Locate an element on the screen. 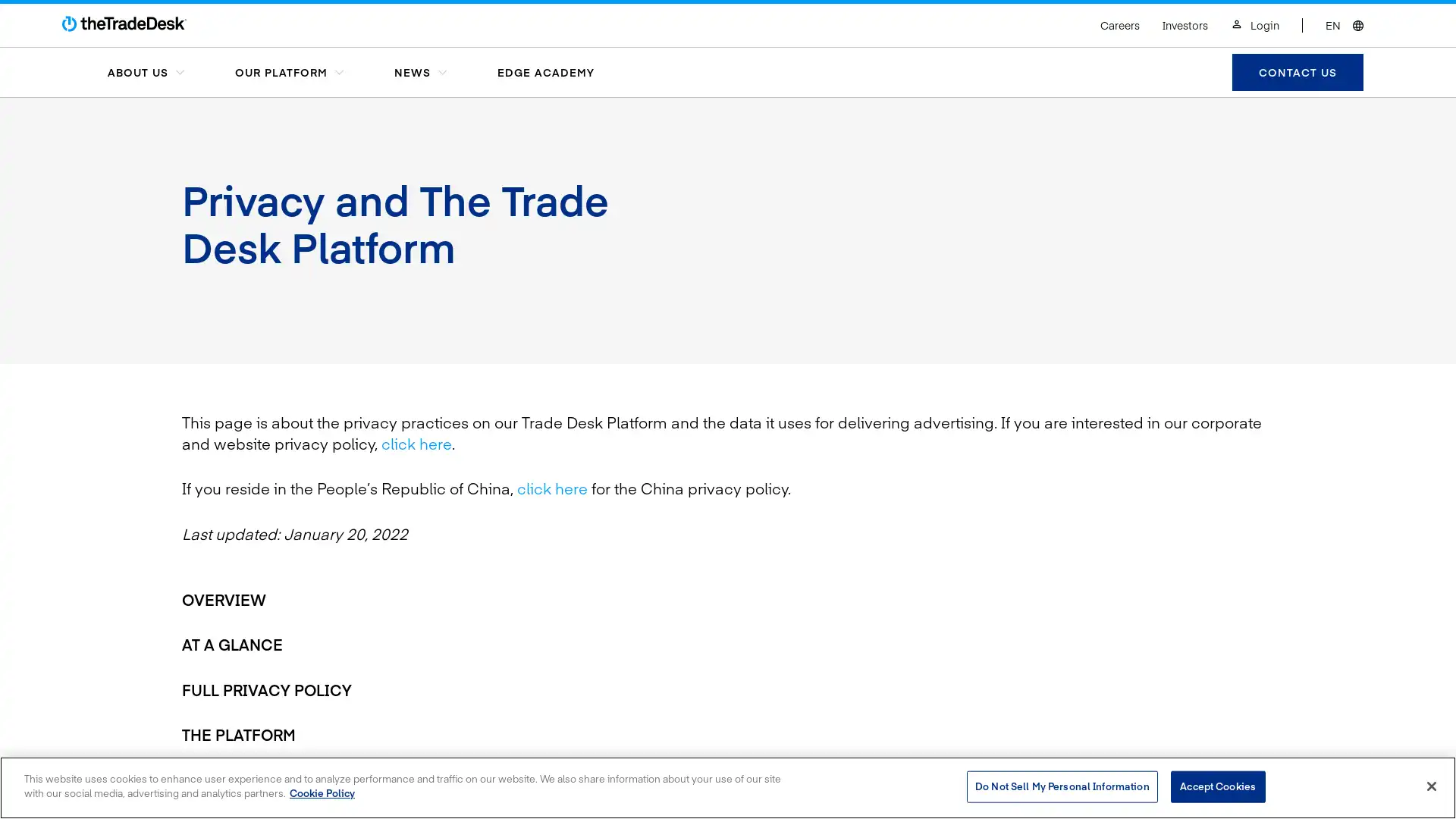 The image size is (1456, 819). Accept Cookies is located at coordinates (1217, 786).